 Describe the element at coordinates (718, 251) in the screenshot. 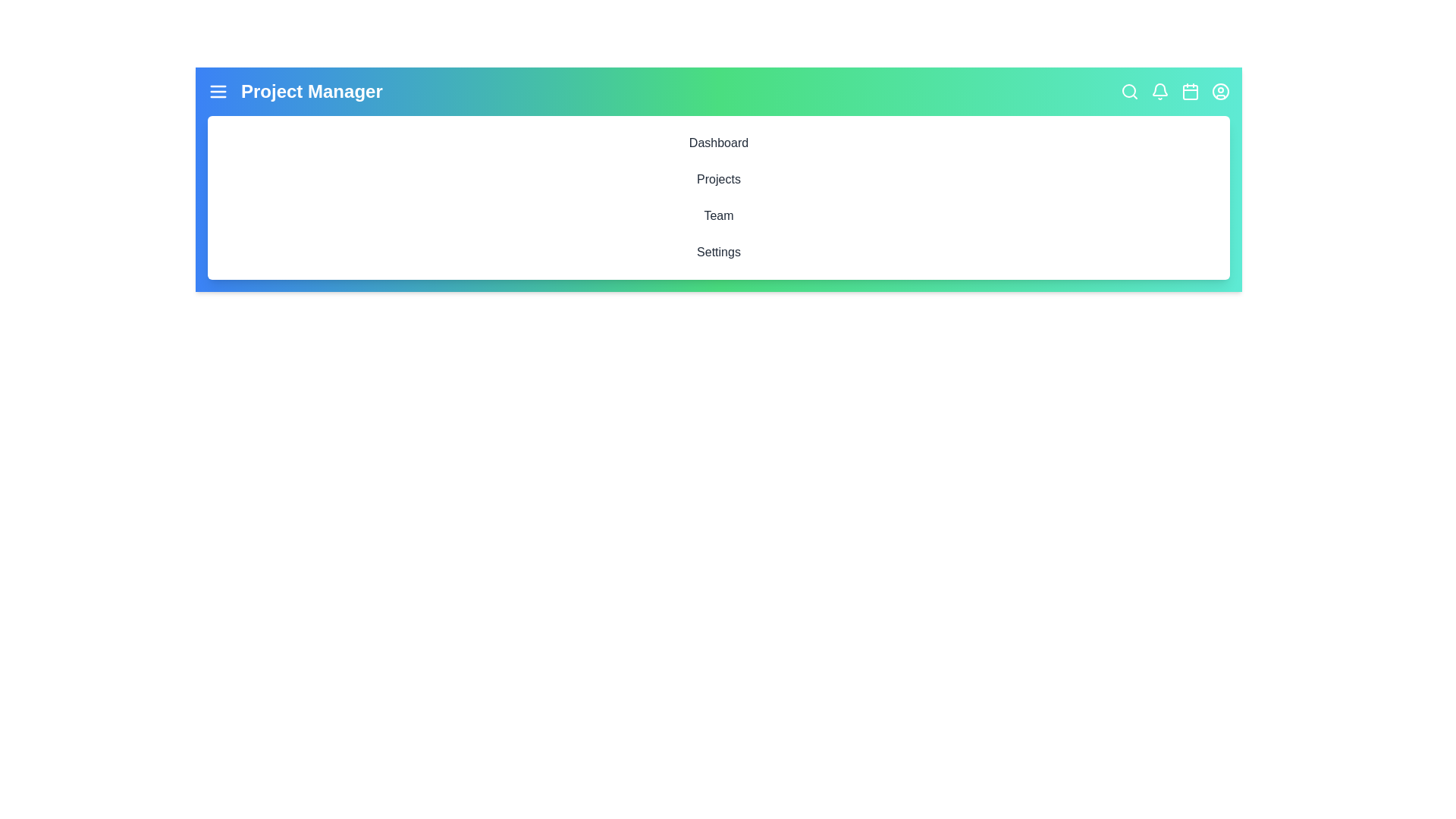

I see `the text element Settings in the AppBar` at that location.